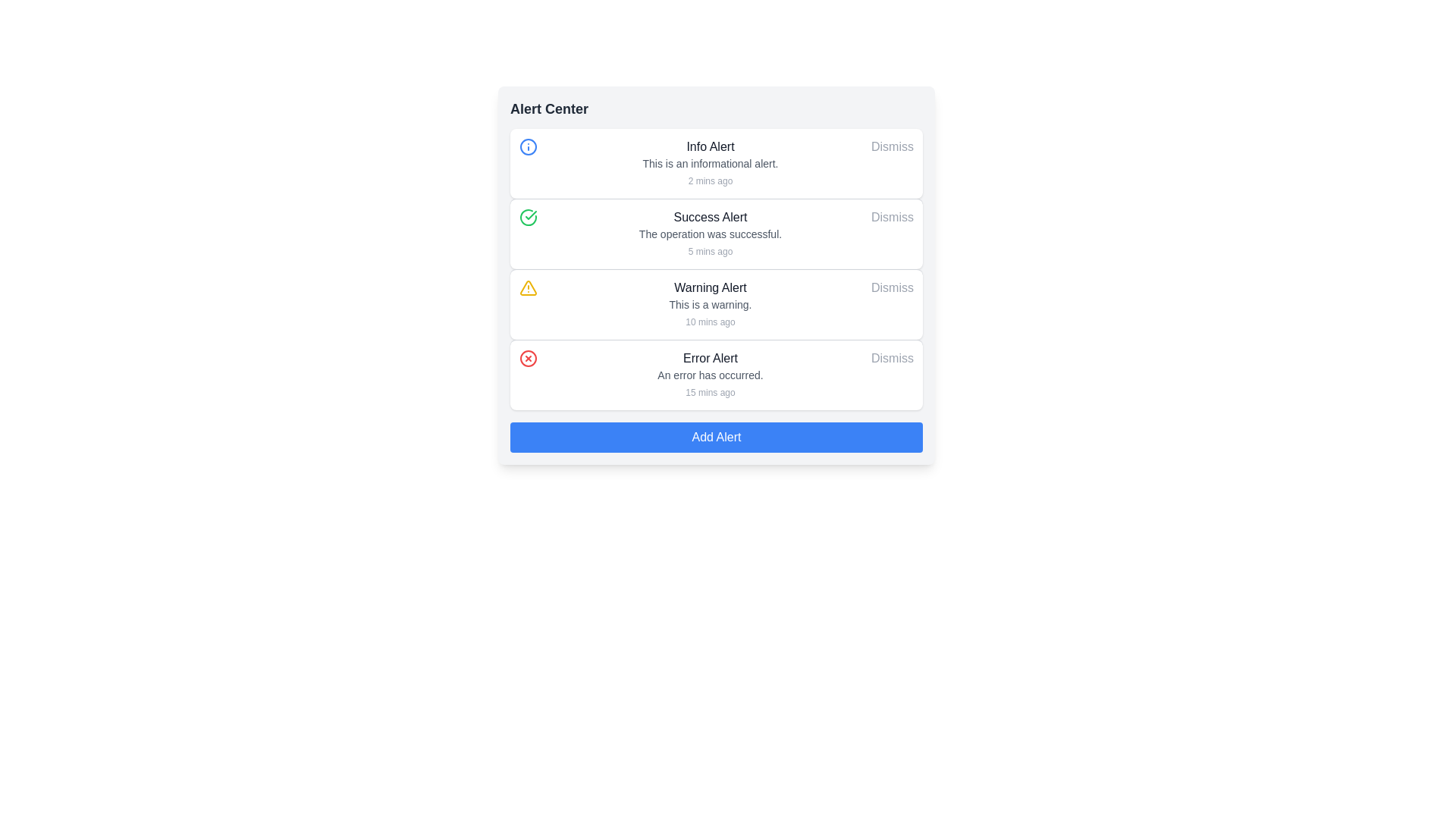 The image size is (1456, 819). What do you see at coordinates (709, 359) in the screenshot?
I see `the 'Error Alert' text label, which is styled in bold, medium font size, and dark gray color, located in the fourth alert item of the 'Alert Center' interface` at bounding box center [709, 359].